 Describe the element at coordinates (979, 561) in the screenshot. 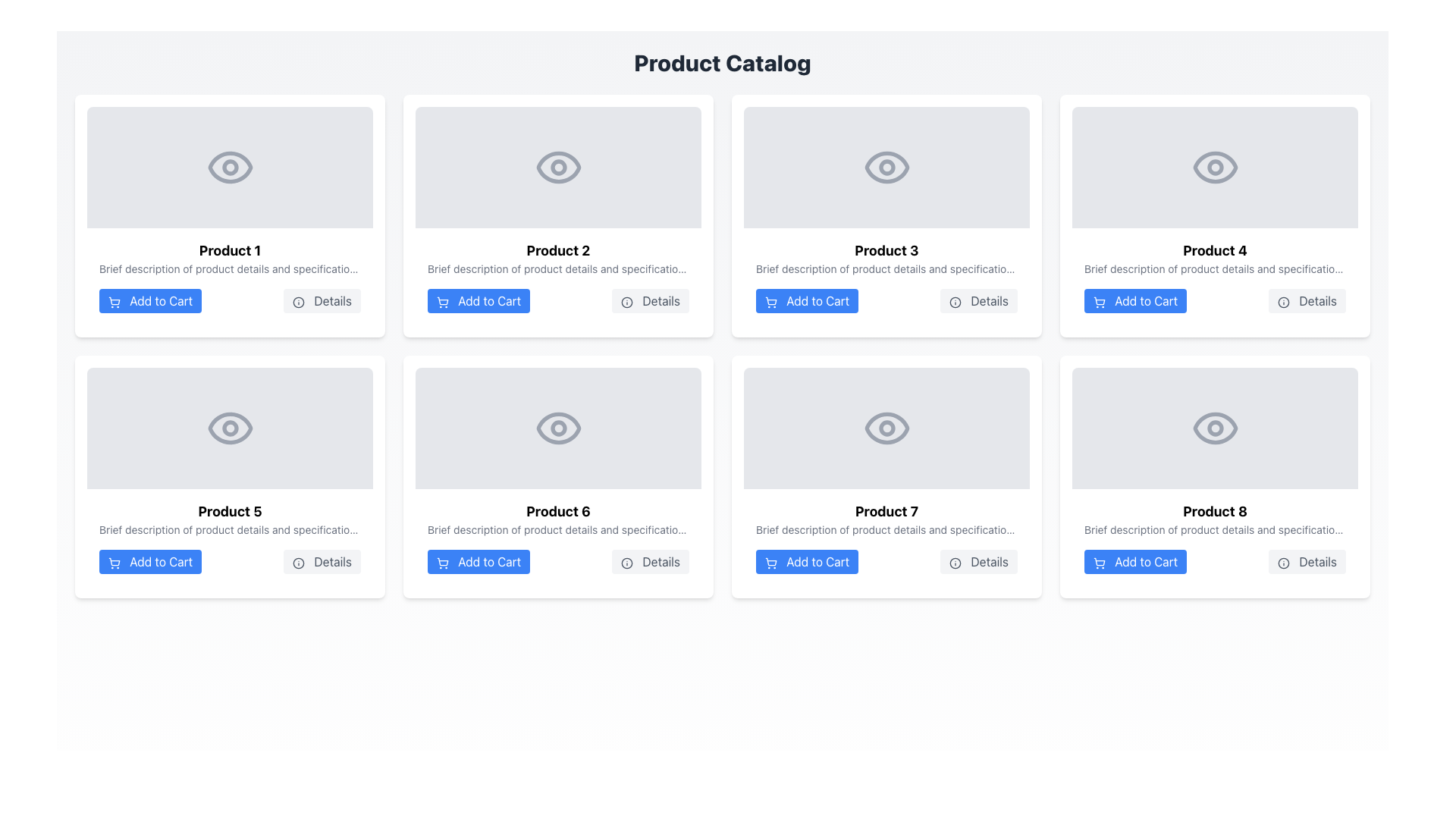

I see `the button that reveals additional details about 'Product 7', located at the bottom right of the product card in the second row, third column of the grid layout` at that location.